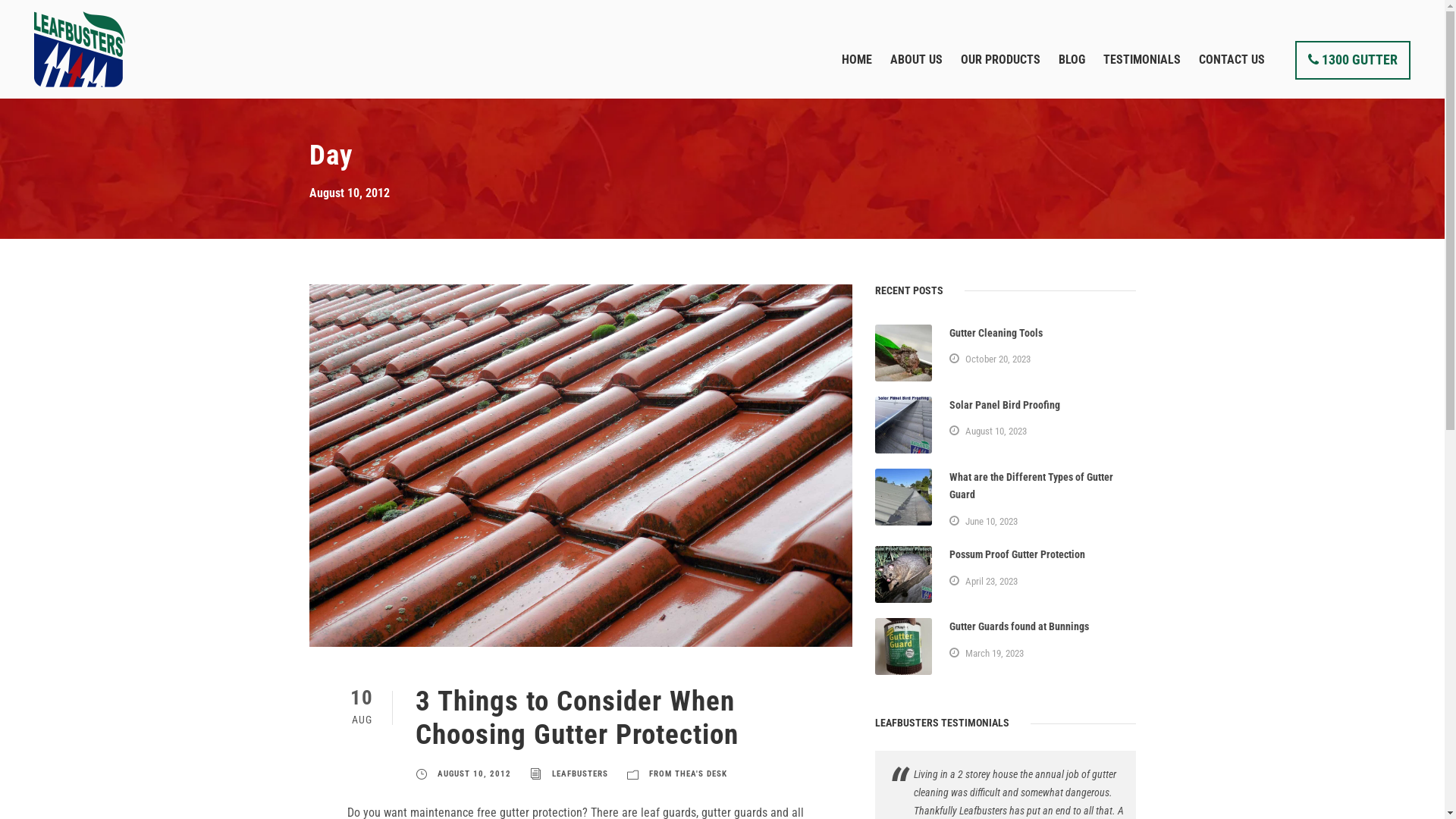 The height and width of the screenshot is (819, 1456). I want to click on 'TESTIMONIALS', so click(1142, 74).